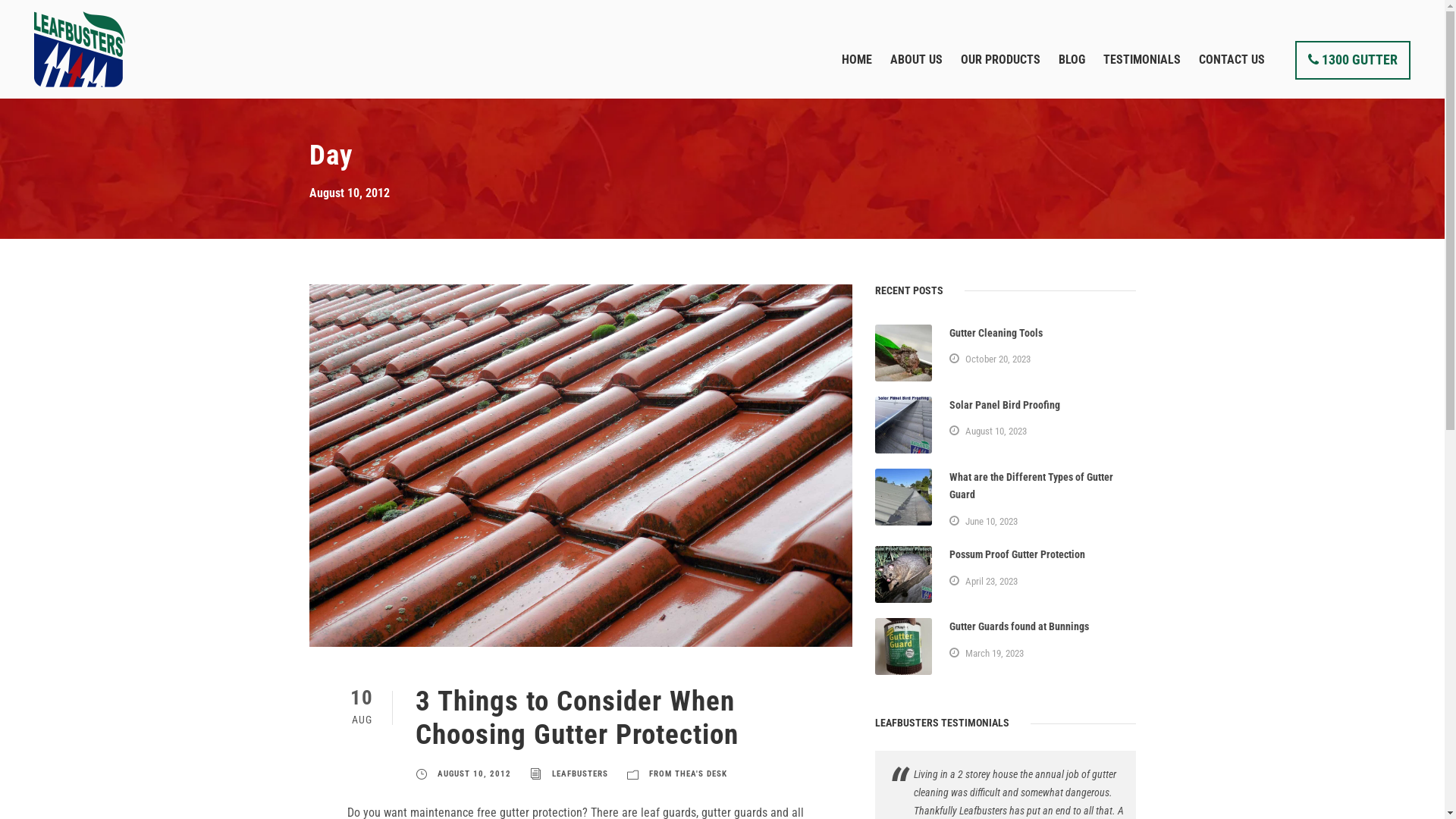 The height and width of the screenshot is (819, 1456). I want to click on 'TESTIMONIALS', so click(1142, 74).